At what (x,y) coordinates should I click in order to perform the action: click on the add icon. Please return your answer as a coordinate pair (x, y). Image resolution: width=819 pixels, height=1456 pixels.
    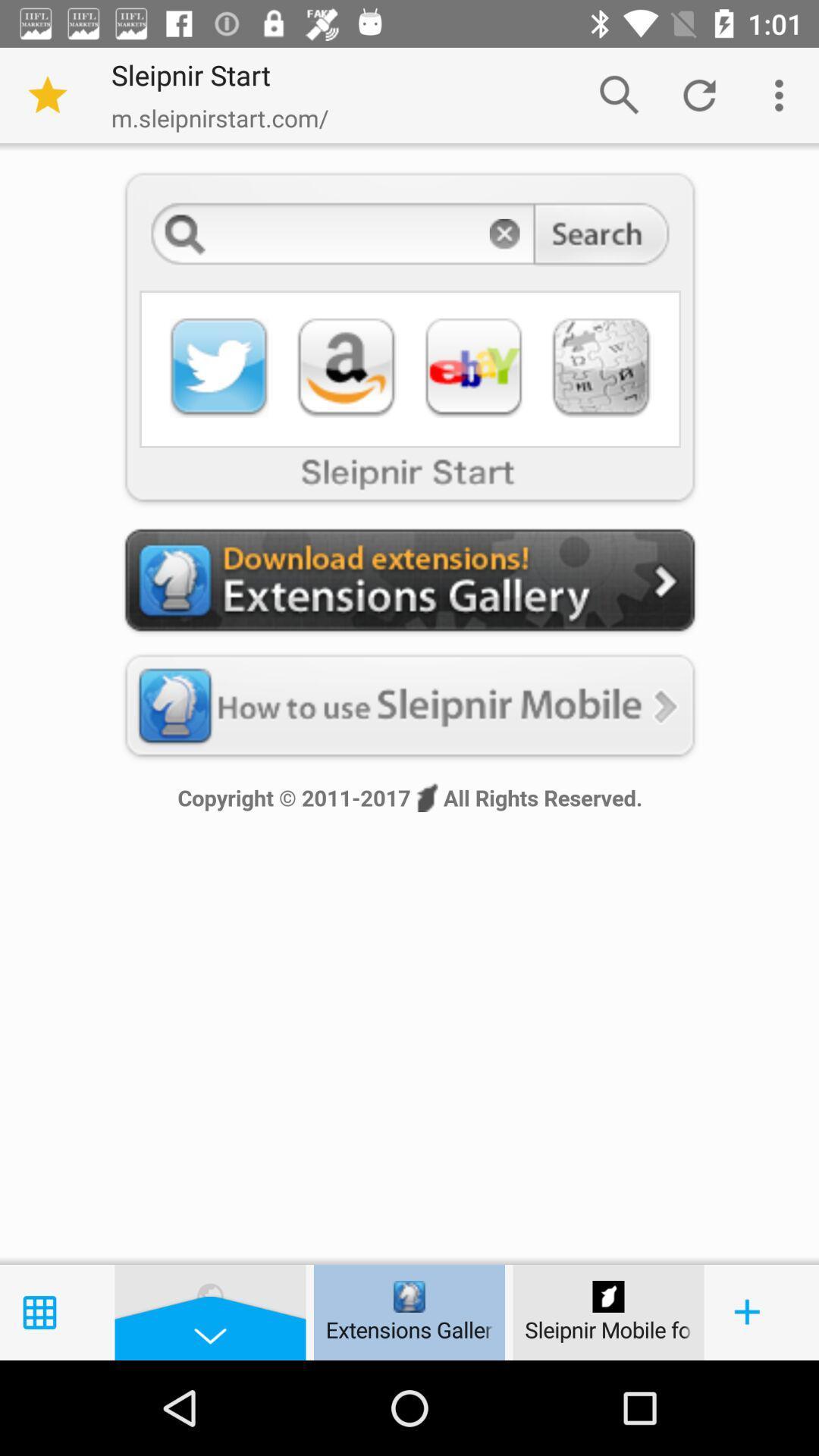
    Looking at the image, I should click on (747, 1312).